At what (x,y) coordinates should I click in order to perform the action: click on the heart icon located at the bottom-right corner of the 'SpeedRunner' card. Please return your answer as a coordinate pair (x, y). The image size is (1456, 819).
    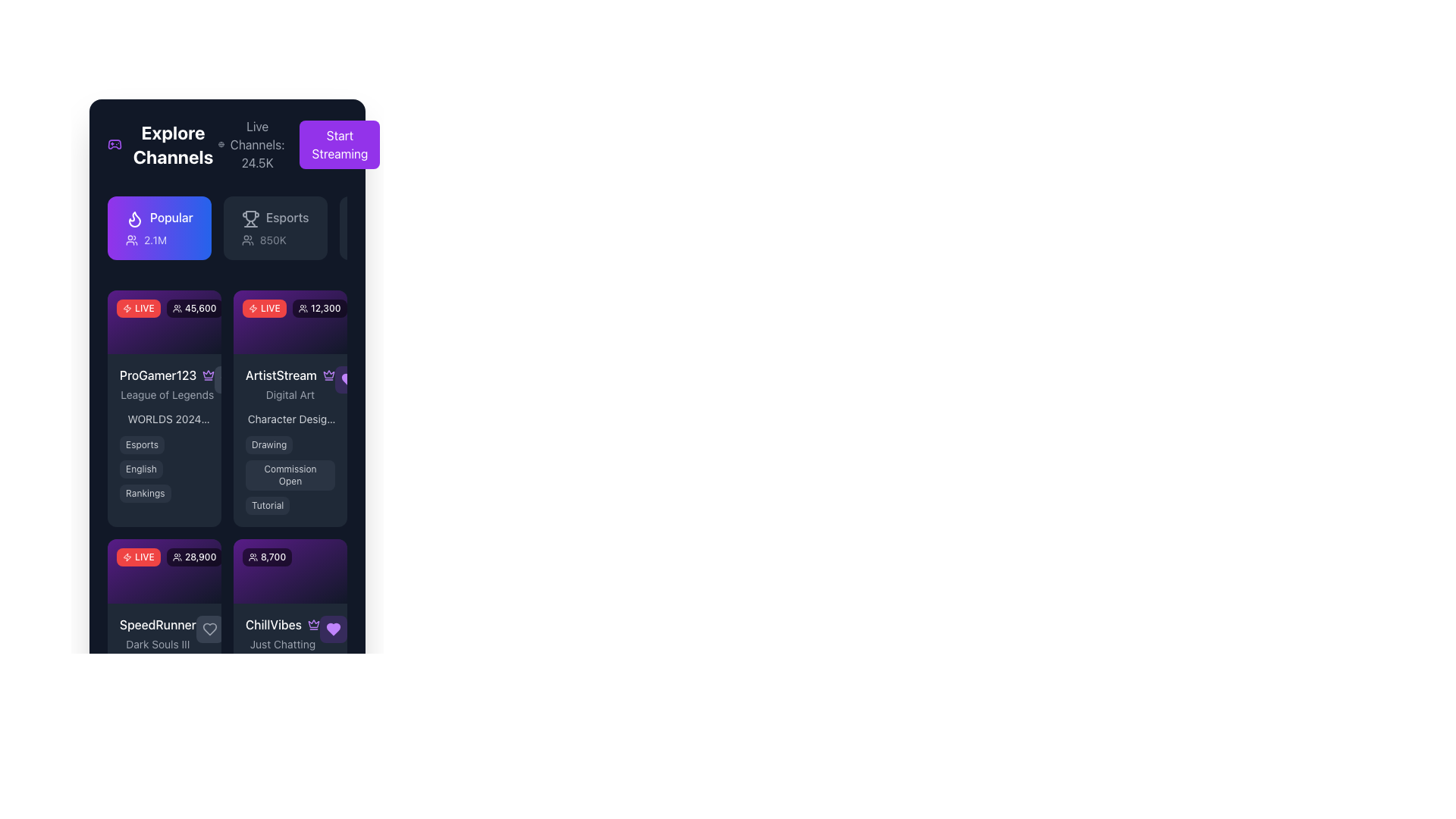
    Looking at the image, I should click on (209, 629).